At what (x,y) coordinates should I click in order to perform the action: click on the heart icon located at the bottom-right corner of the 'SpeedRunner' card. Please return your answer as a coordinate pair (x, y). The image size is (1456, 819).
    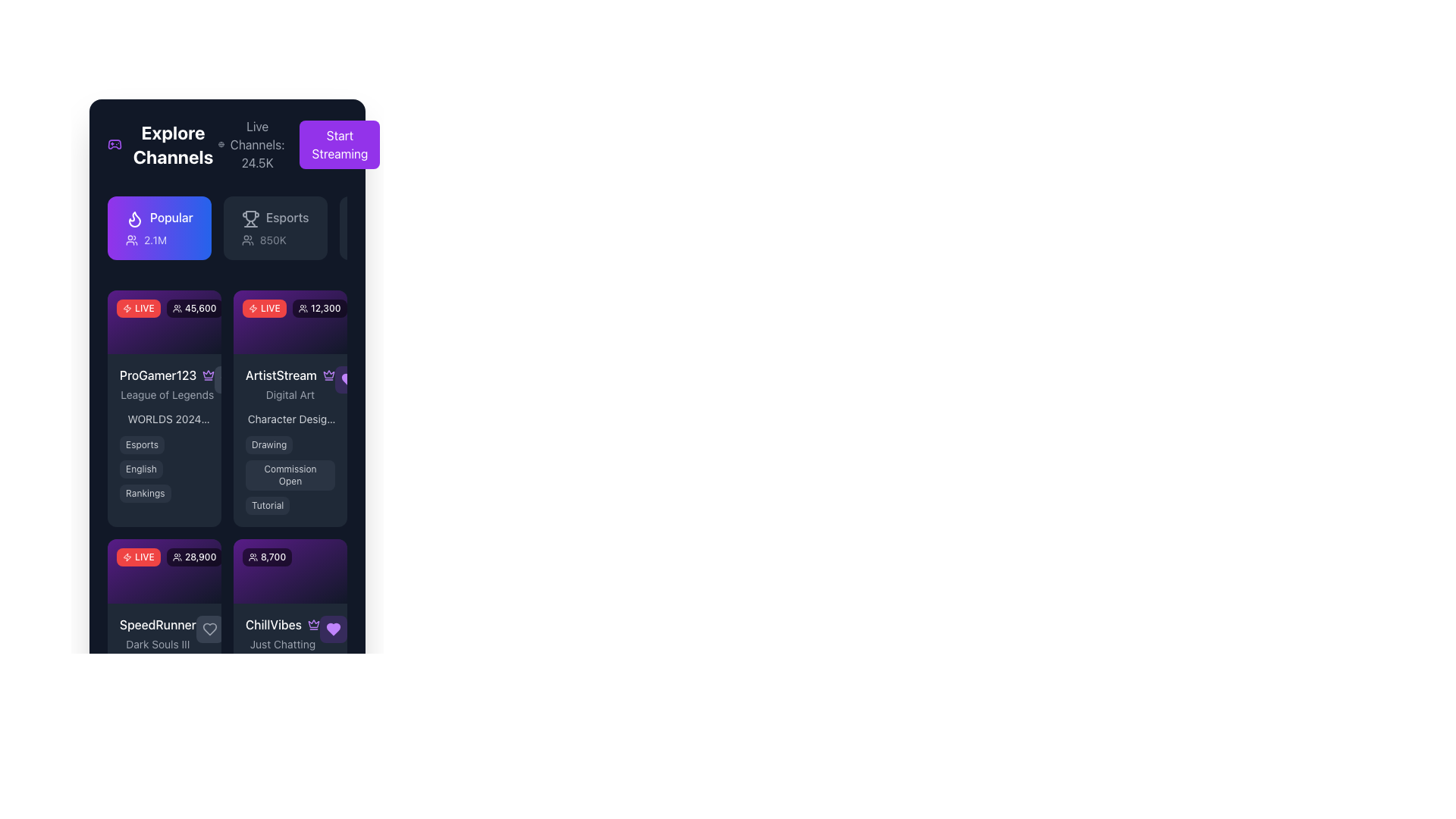
    Looking at the image, I should click on (209, 629).